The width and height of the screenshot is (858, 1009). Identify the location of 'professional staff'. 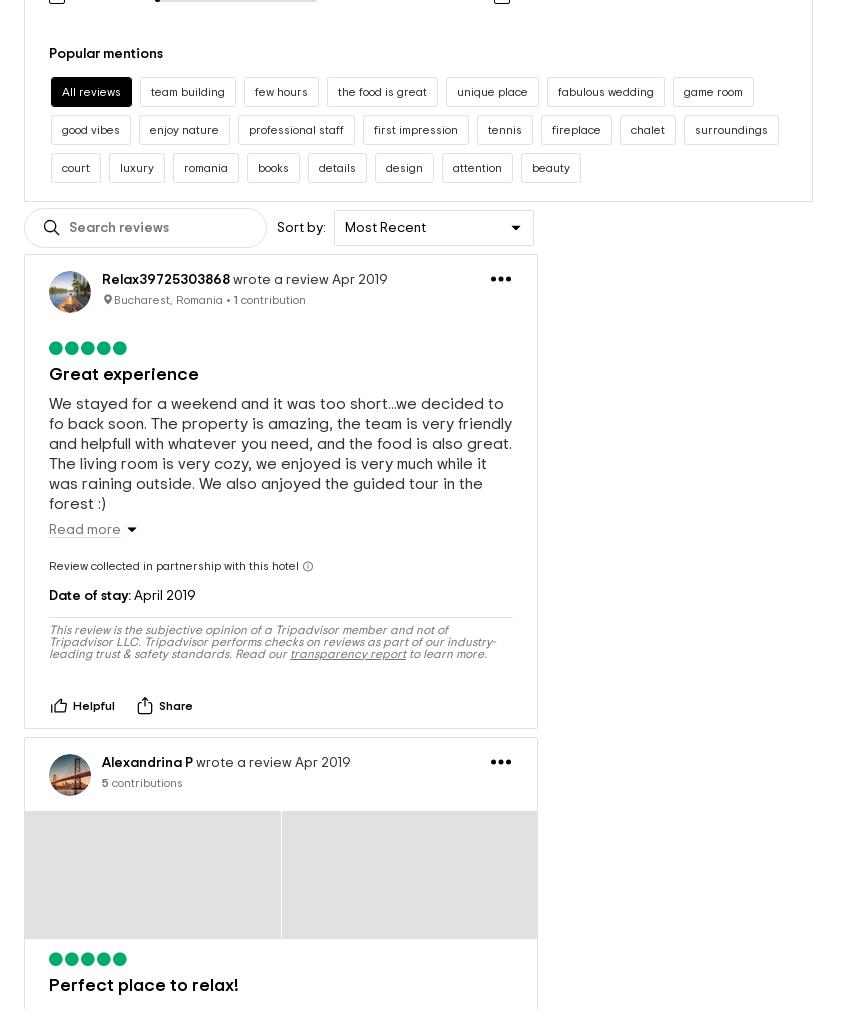
(296, 107).